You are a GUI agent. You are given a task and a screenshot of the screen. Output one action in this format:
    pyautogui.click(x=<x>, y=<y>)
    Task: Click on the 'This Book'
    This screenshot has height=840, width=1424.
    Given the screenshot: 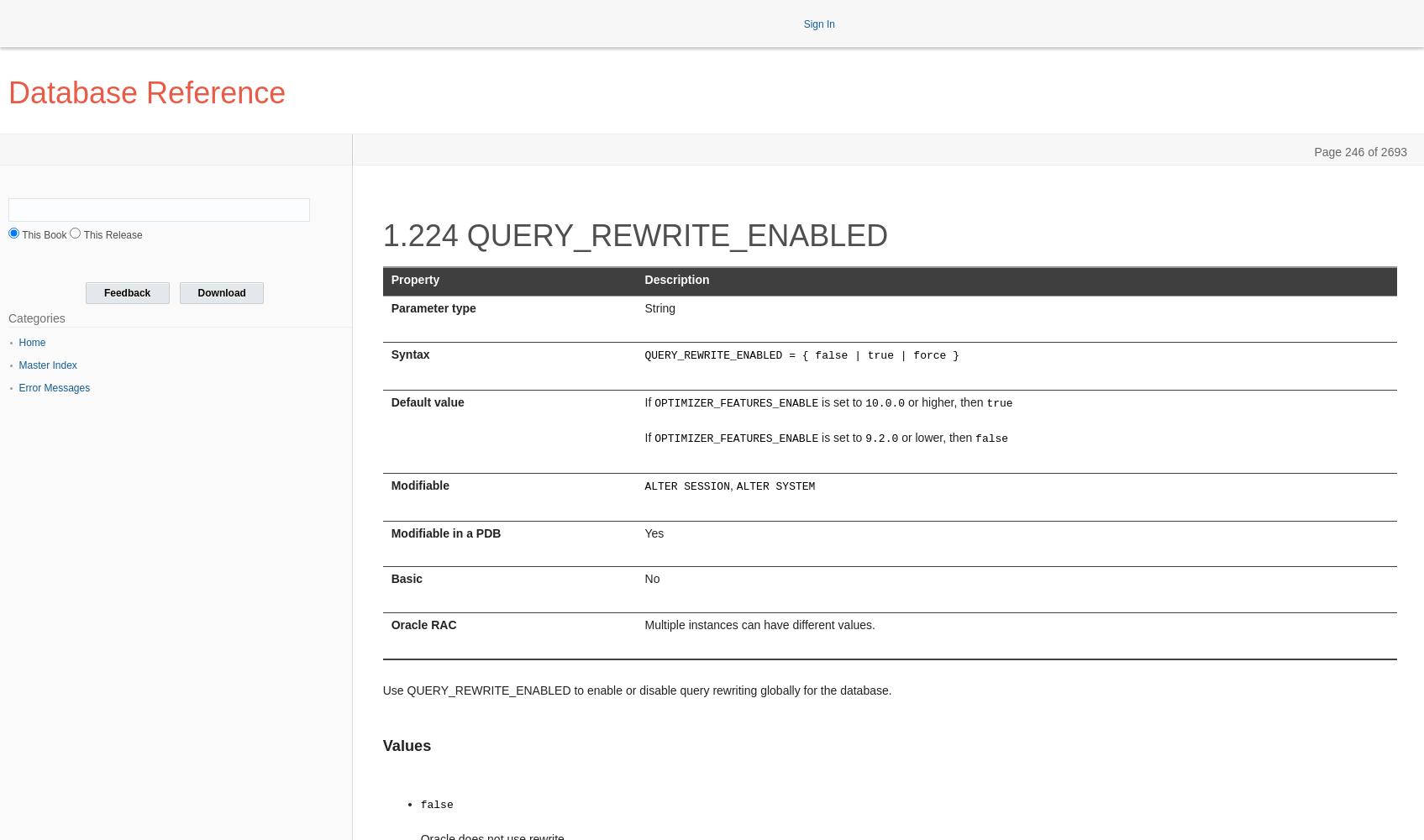 What is the action you would take?
    pyautogui.click(x=44, y=234)
    